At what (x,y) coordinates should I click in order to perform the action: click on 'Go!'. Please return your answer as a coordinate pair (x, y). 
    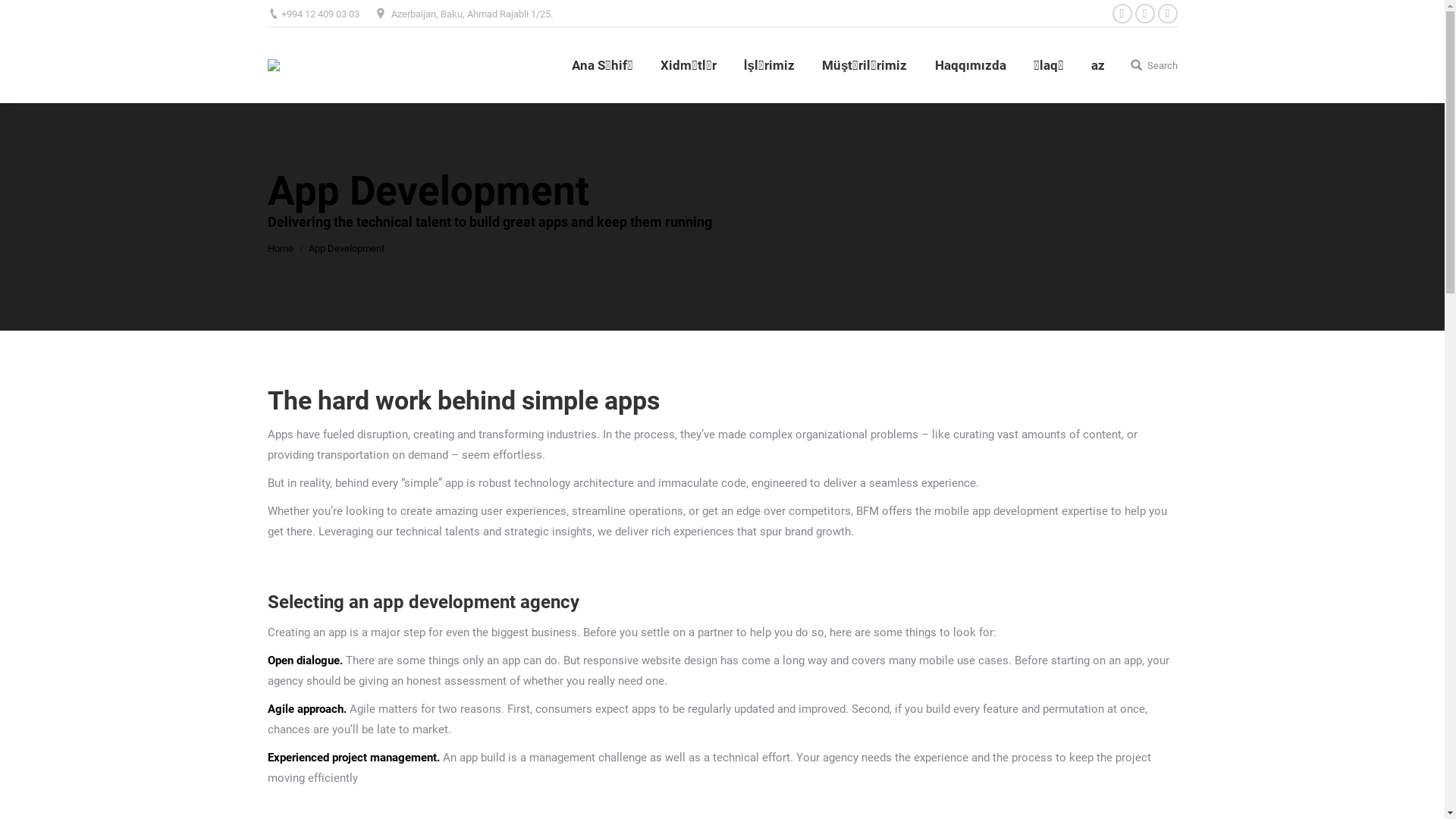
    Looking at the image, I should click on (21, 14).